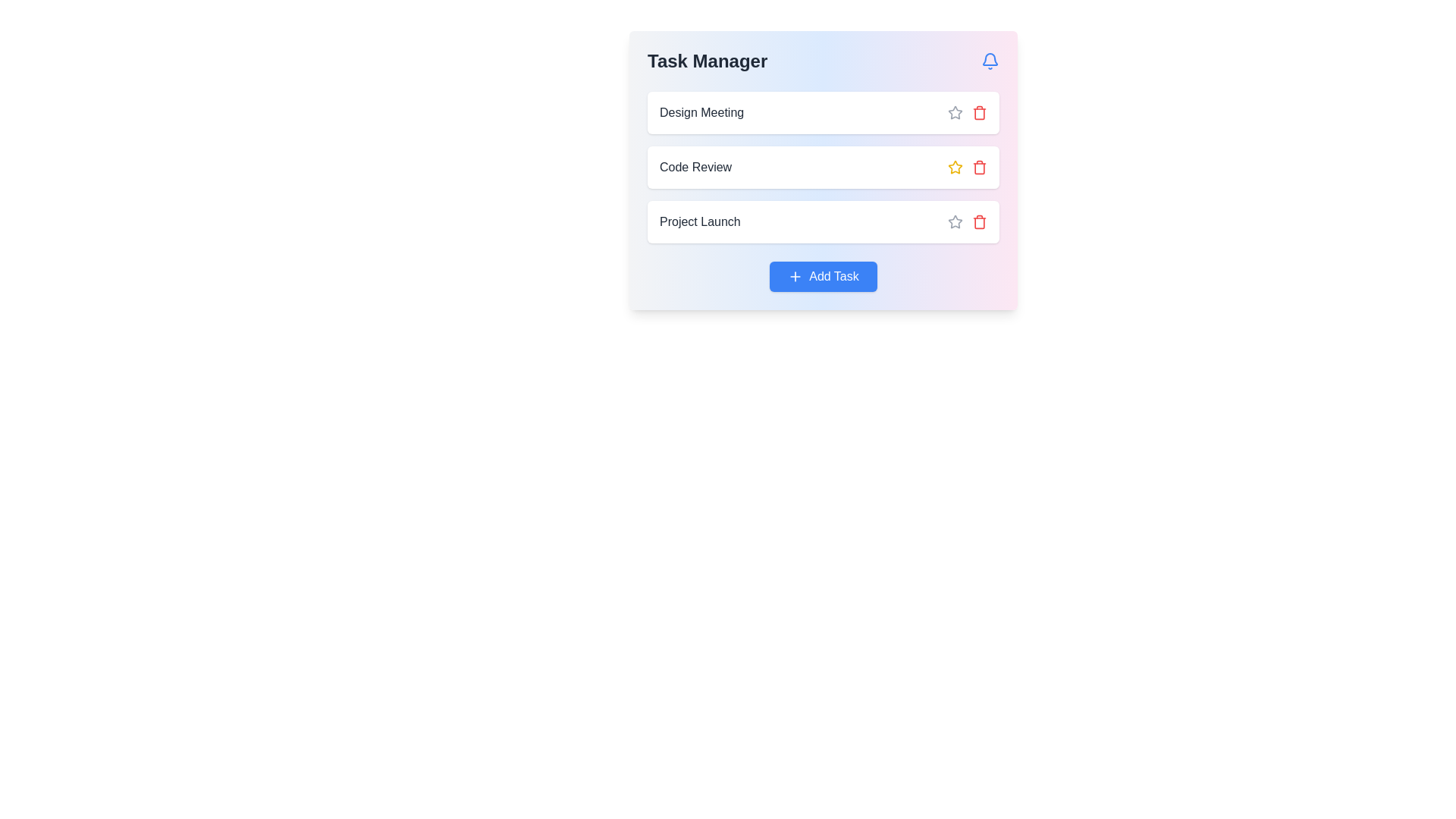 The width and height of the screenshot is (1456, 819). Describe the element at coordinates (979, 112) in the screenshot. I see `the delete button located to the right of the 'Design Meeting' text label` at that location.